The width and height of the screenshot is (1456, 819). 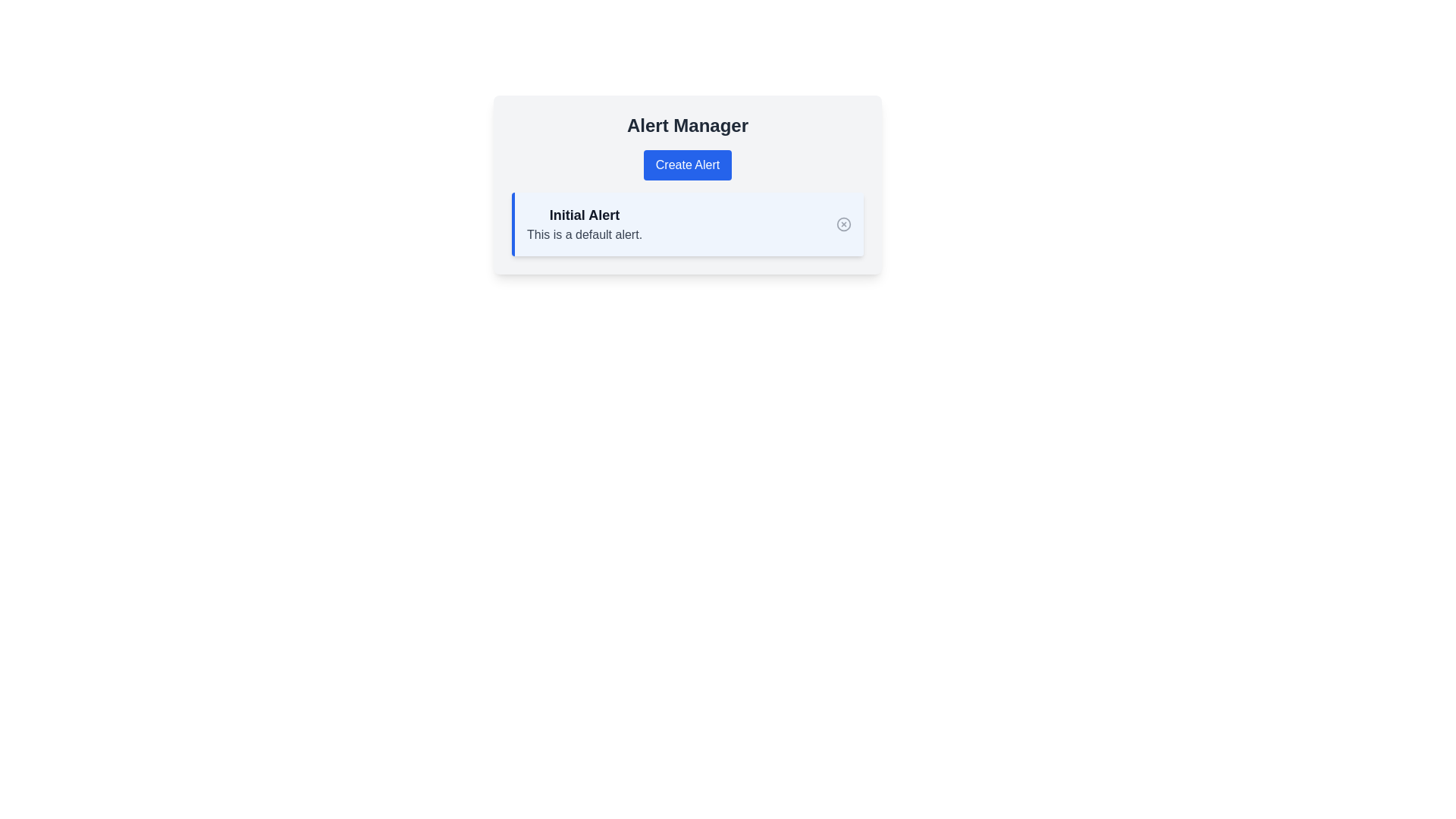 I want to click on the interactive areas of the 'Create Alert' button within the 'Alert Manager' card component, so click(x=687, y=184).